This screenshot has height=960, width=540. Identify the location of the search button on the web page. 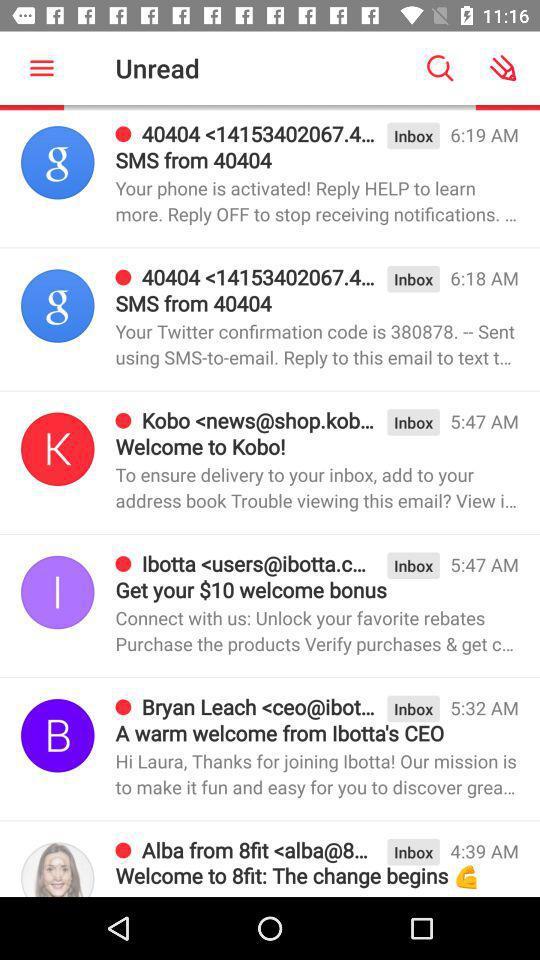
(440, 68).